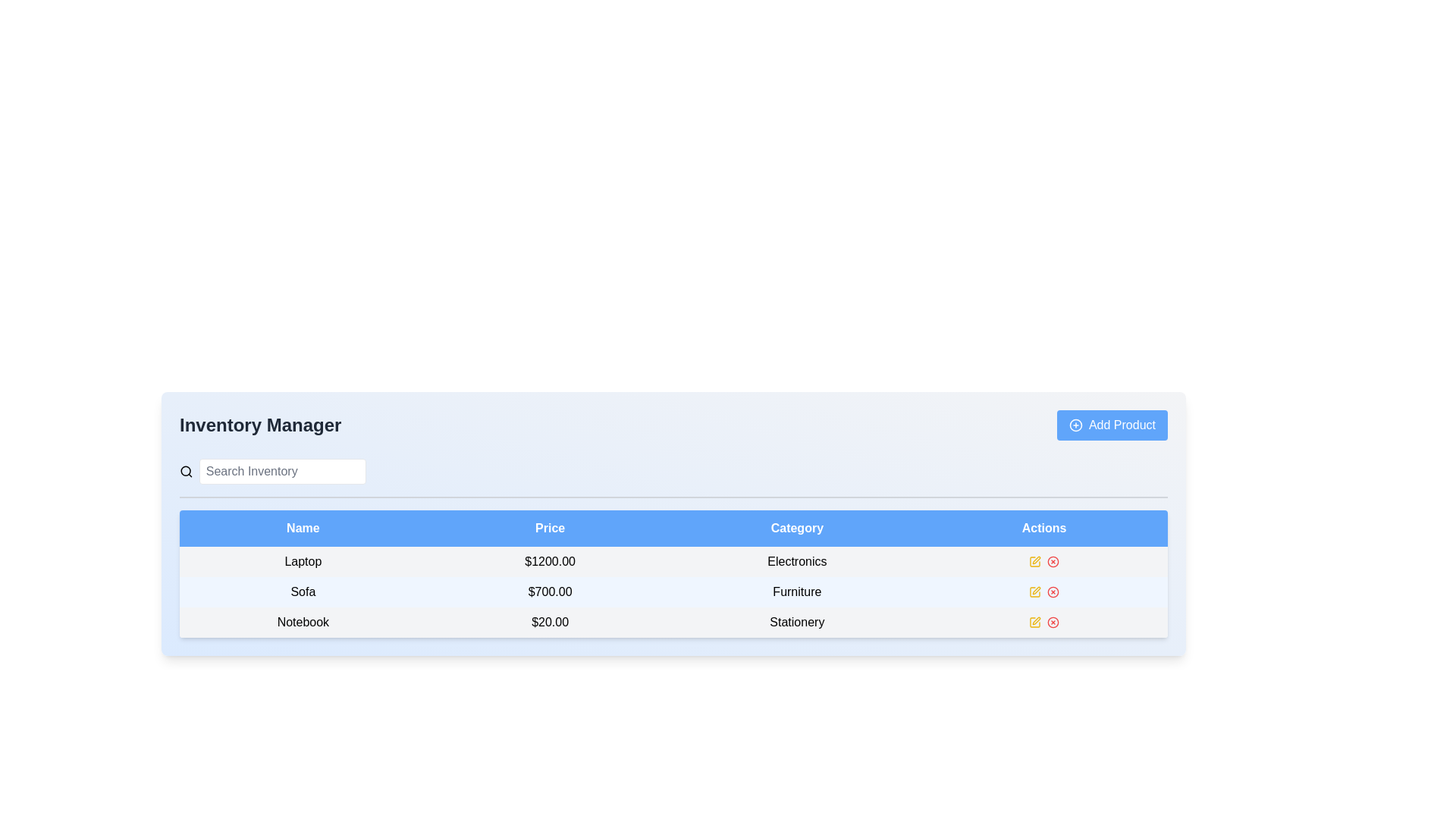  What do you see at coordinates (549, 528) in the screenshot?
I see `the 'Price' text label, which is styled in bold and located in the header of a table, positioned between 'Name' and 'Category'` at bounding box center [549, 528].